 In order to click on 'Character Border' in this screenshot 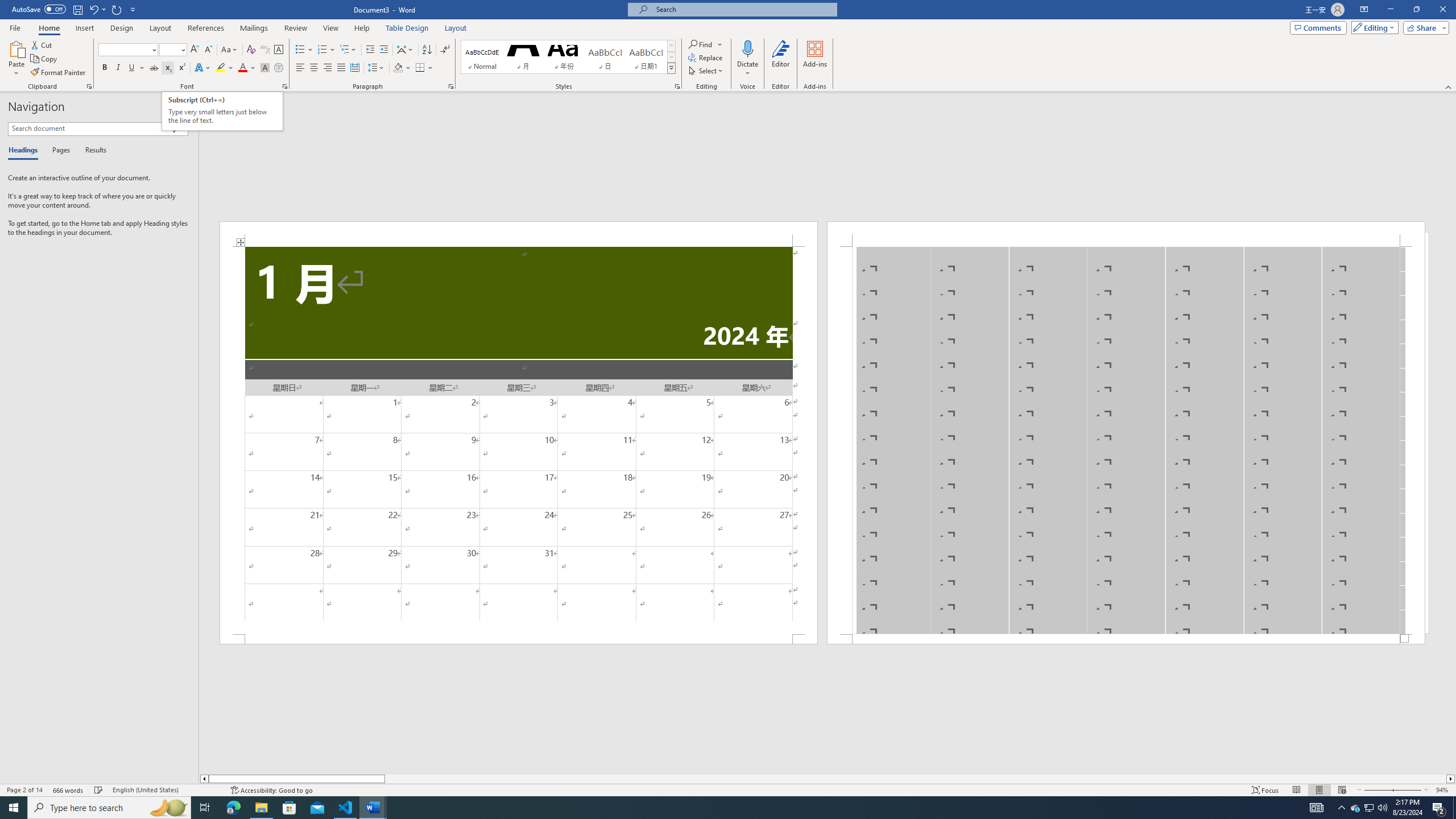, I will do `click(278, 49)`.